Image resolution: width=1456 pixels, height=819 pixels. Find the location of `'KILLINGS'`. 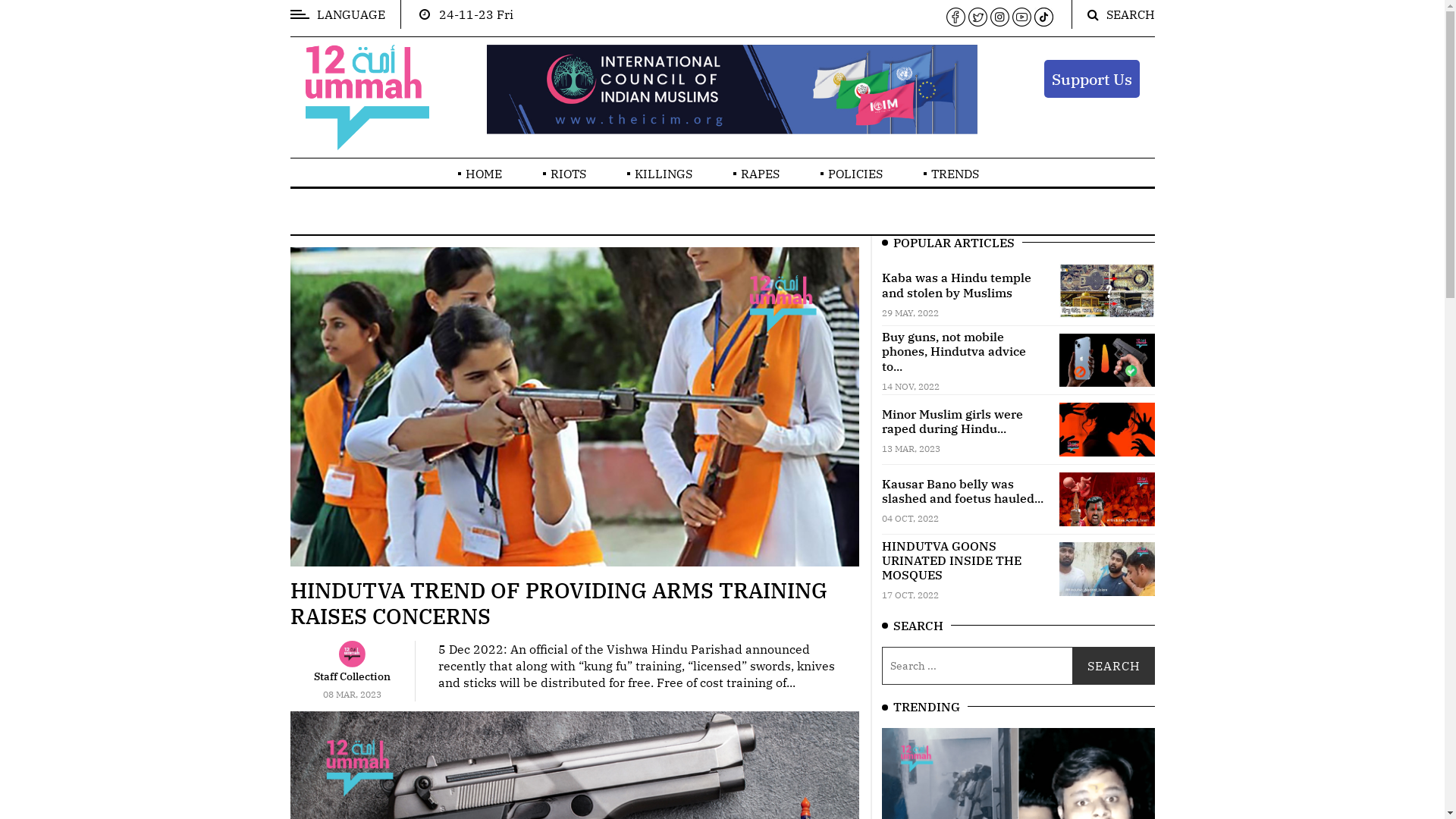

'KILLINGS' is located at coordinates (663, 172).